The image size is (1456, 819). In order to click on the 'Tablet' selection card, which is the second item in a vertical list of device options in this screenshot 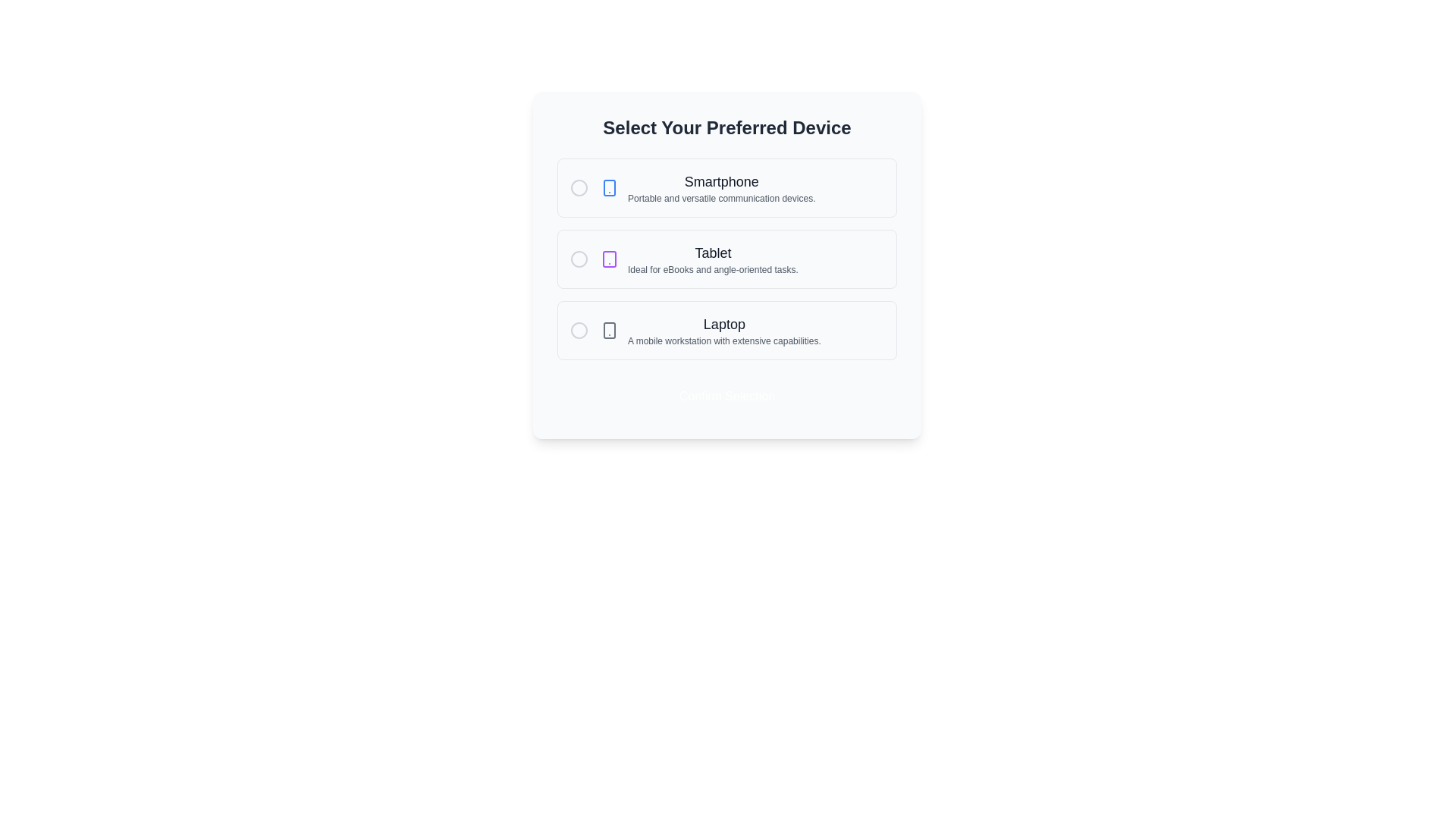, I will do `click(726, 259)`.